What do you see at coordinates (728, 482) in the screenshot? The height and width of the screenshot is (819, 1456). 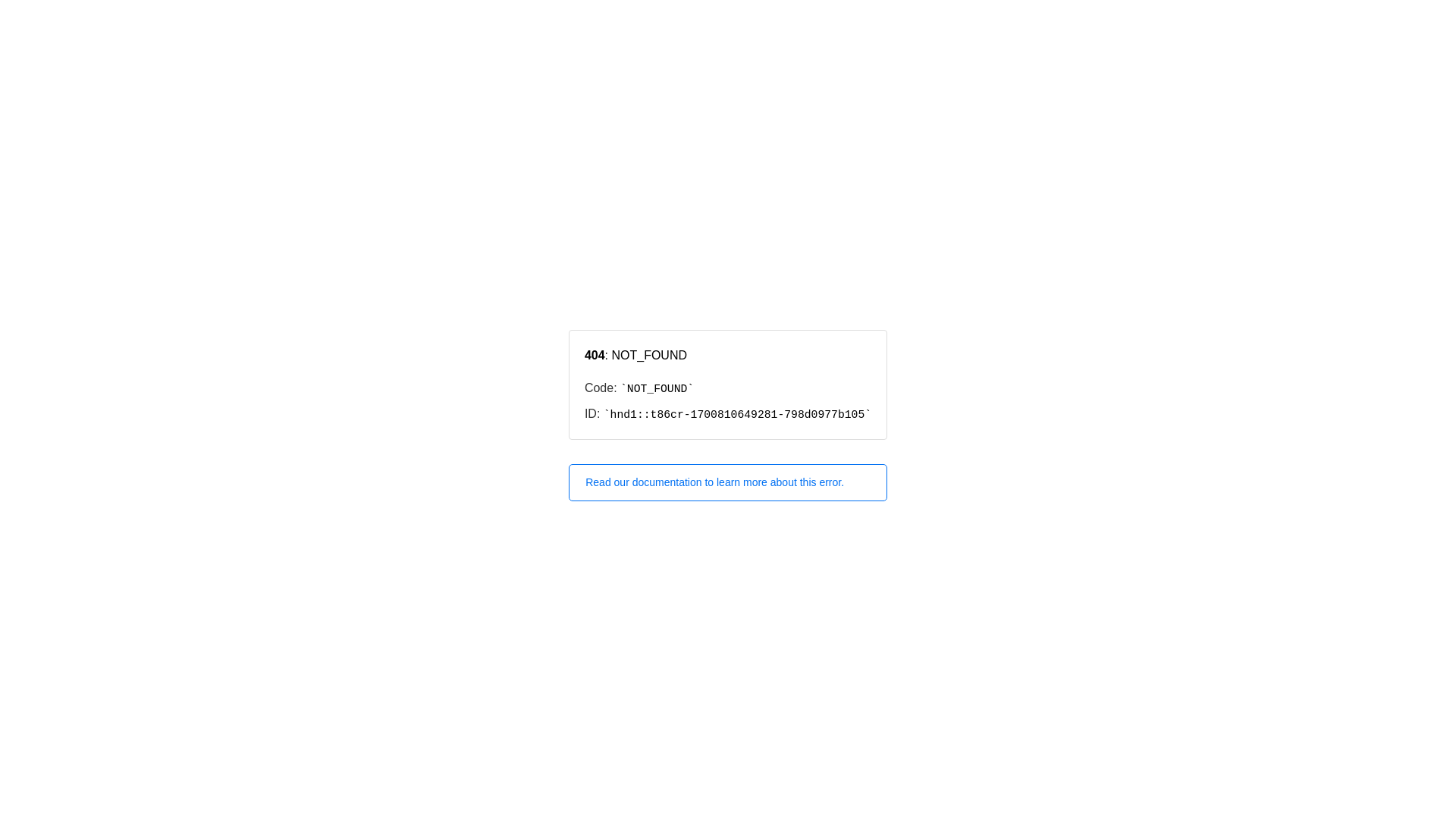 I see `'Read our documentation to learn more about this error.'` at bounding box center [728, 482].